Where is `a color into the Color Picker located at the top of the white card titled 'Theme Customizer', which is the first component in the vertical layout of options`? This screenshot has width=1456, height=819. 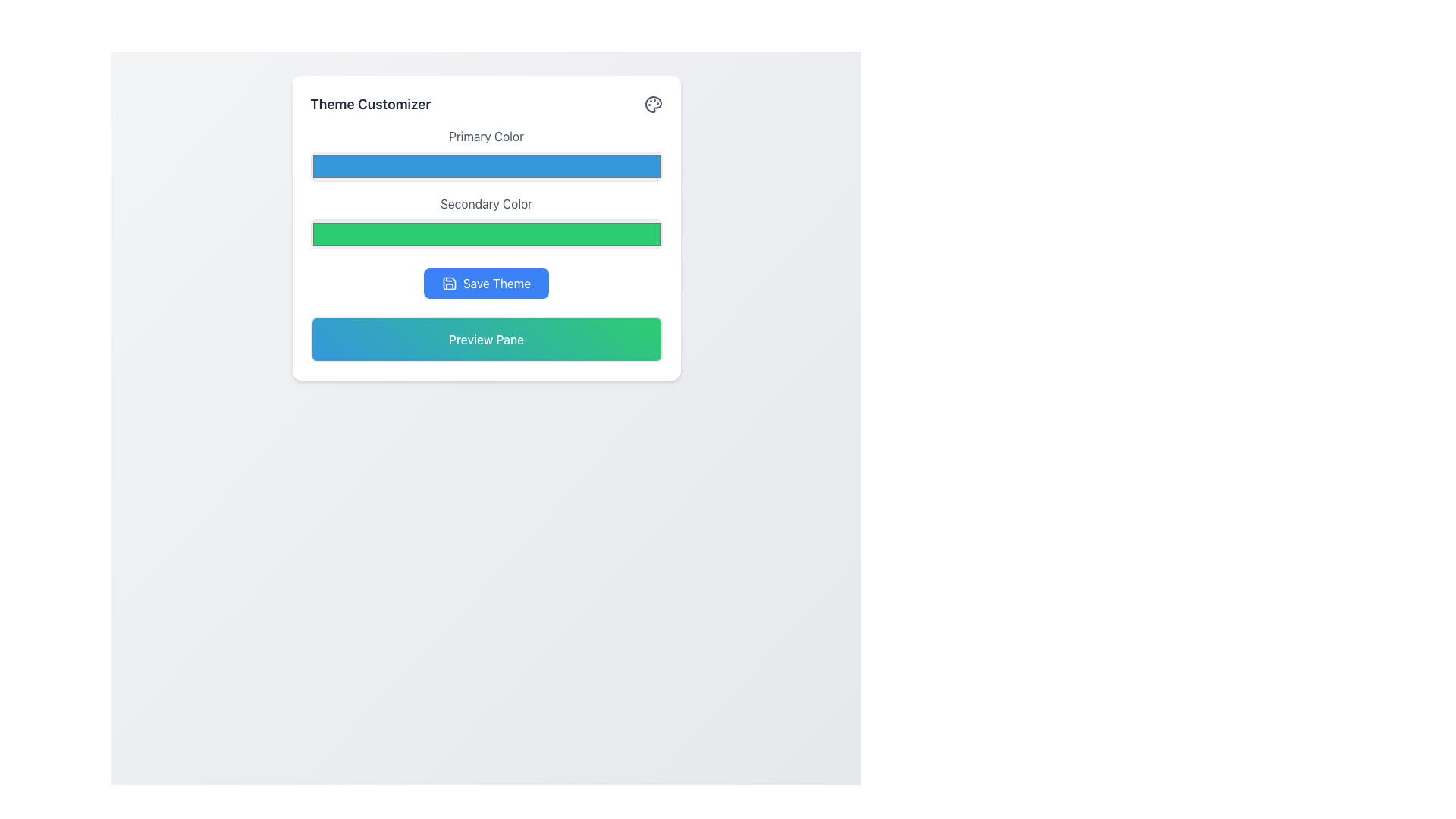 a color into the Color Picker located at the top of the white card titled 'Theme Customizer', which is the first component in the vertical layout of options is located at coordinates (486, 155).